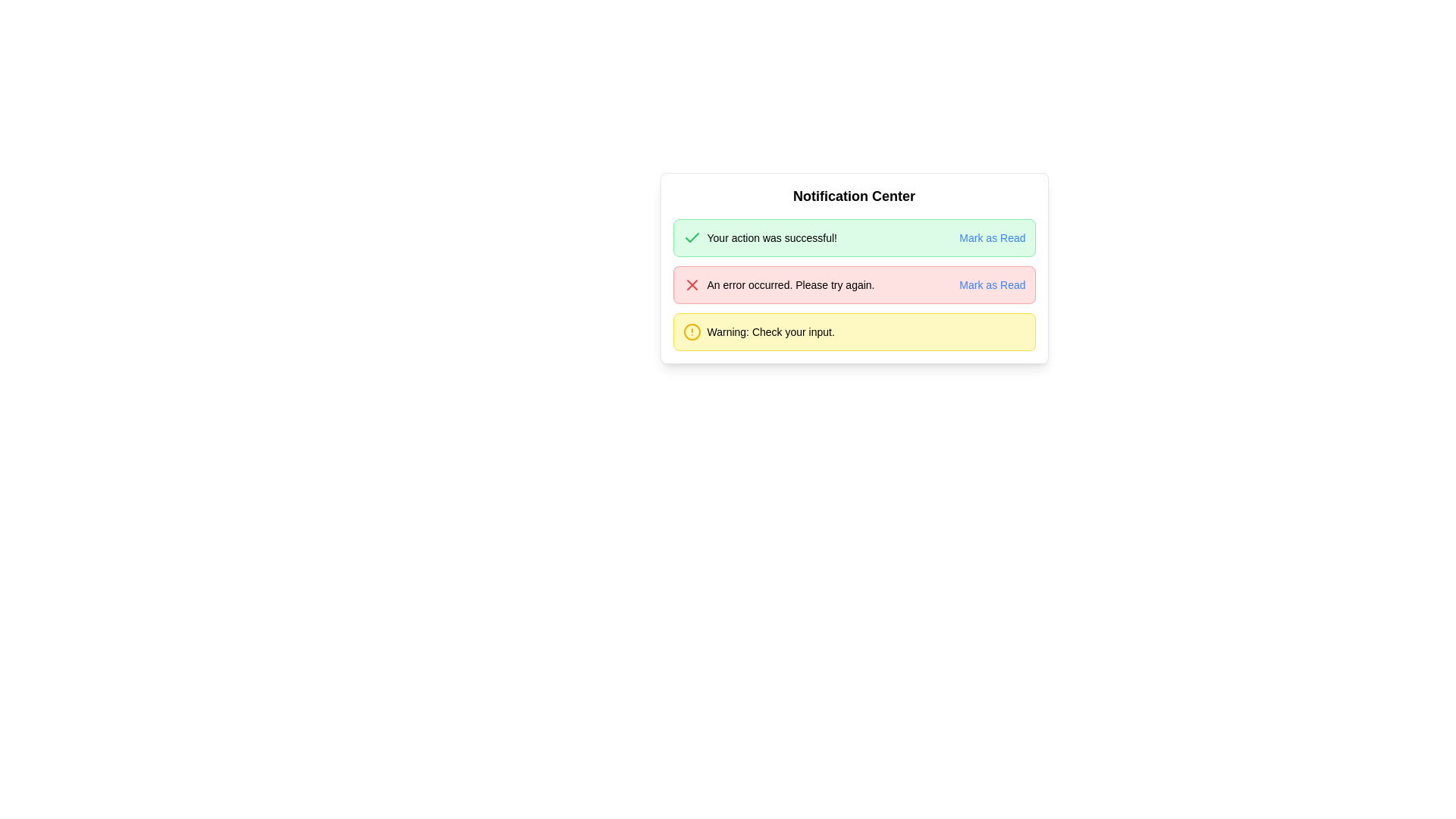  Describe the element at coordinates (854, 195) in the screenshot. I see `the title text label 'Notification Center' which is prominently displayed at the top of the notification interface` at that location.